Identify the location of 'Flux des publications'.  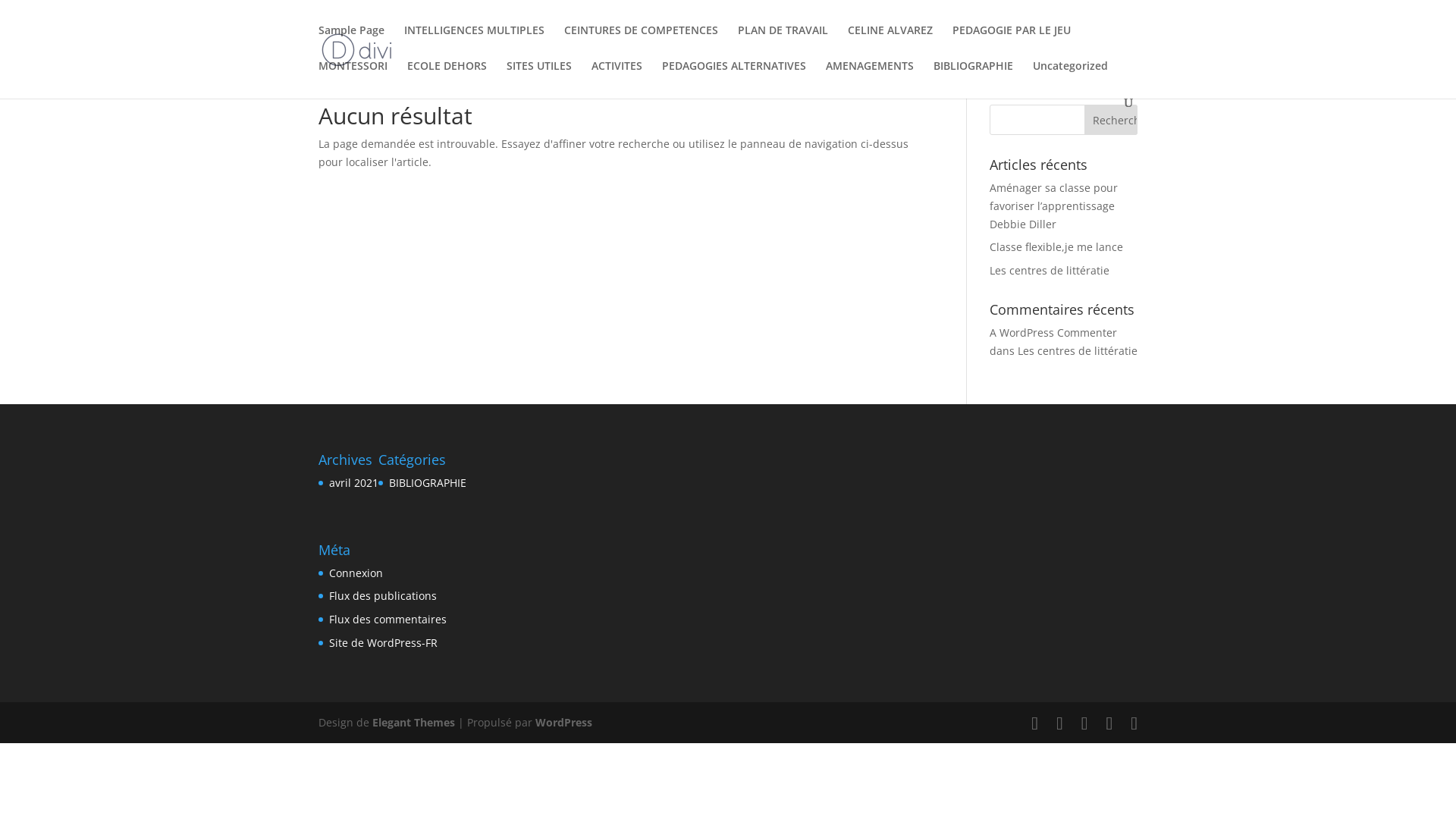
(382, 595).